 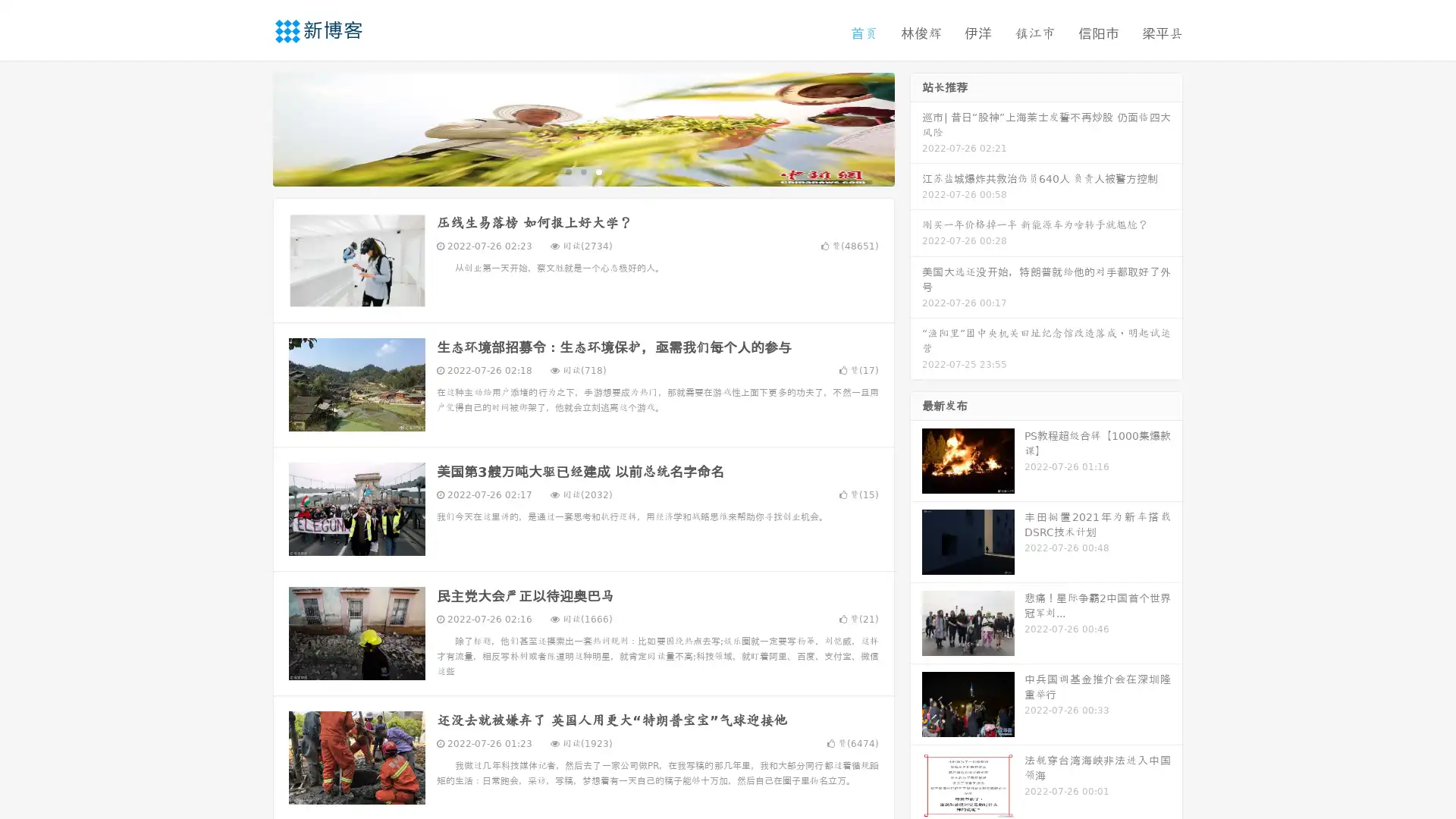 I want to click on Previous slide, so click(x=250, y=127).